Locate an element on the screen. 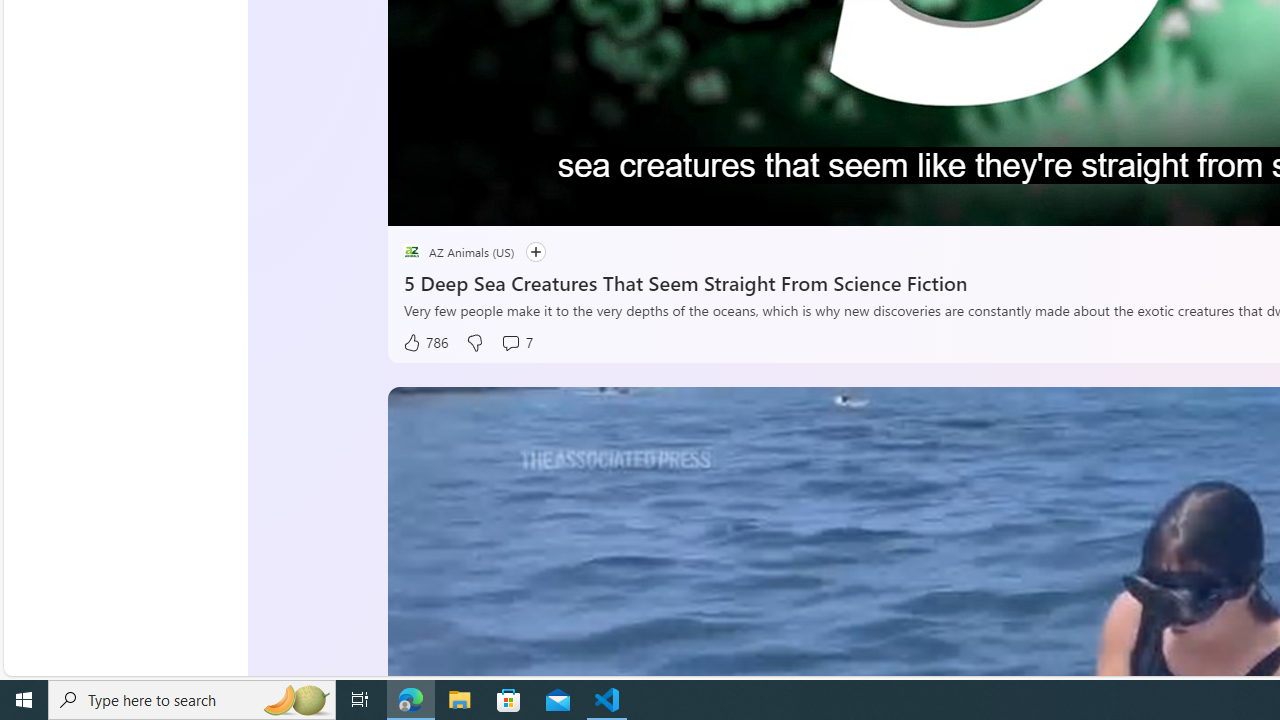 This screenshot has height=720, width=1280. '786 Like' is located at coordinates (424, 342).